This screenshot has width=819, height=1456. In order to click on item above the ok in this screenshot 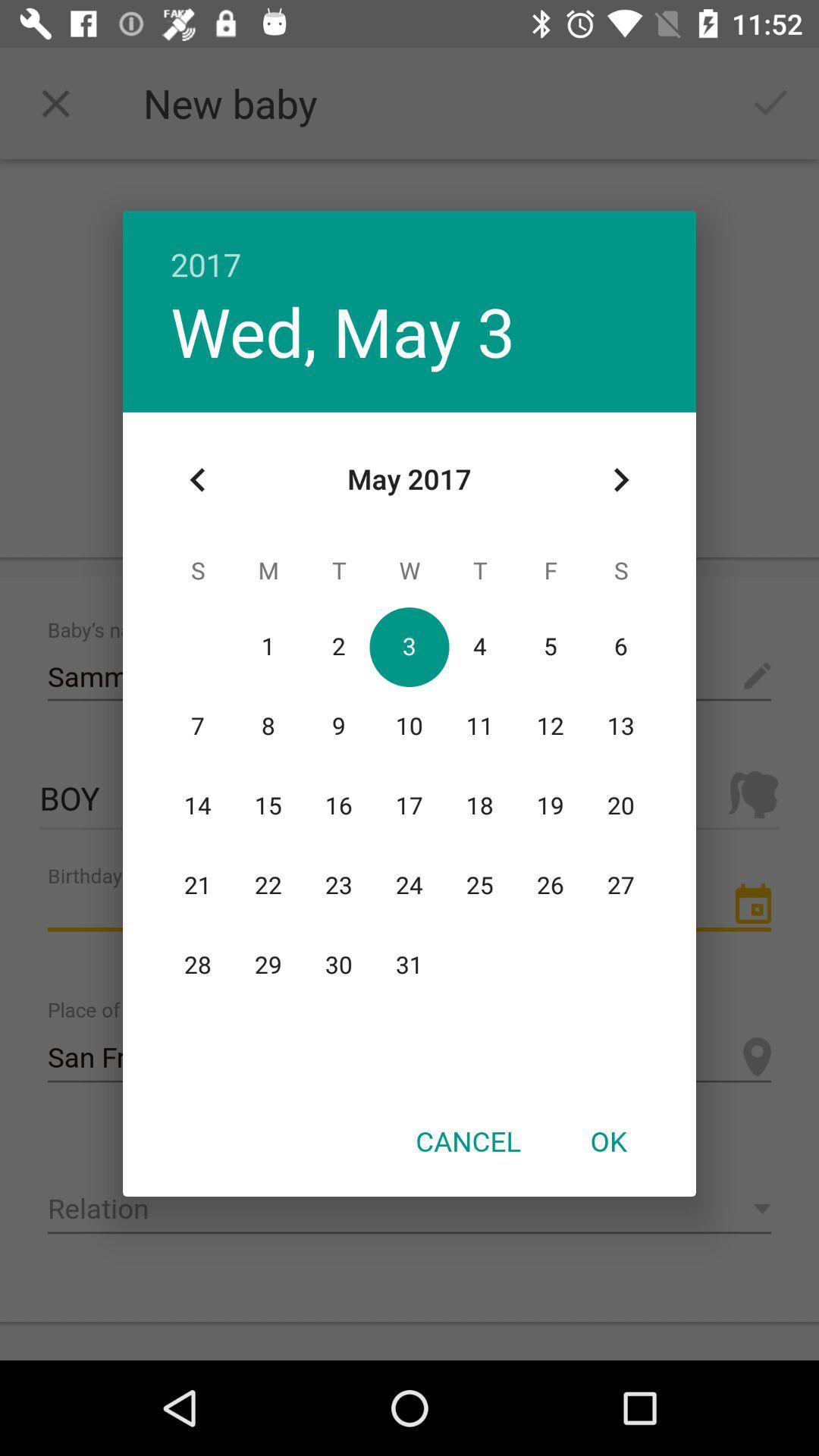, I will do `click(620, 479)`.